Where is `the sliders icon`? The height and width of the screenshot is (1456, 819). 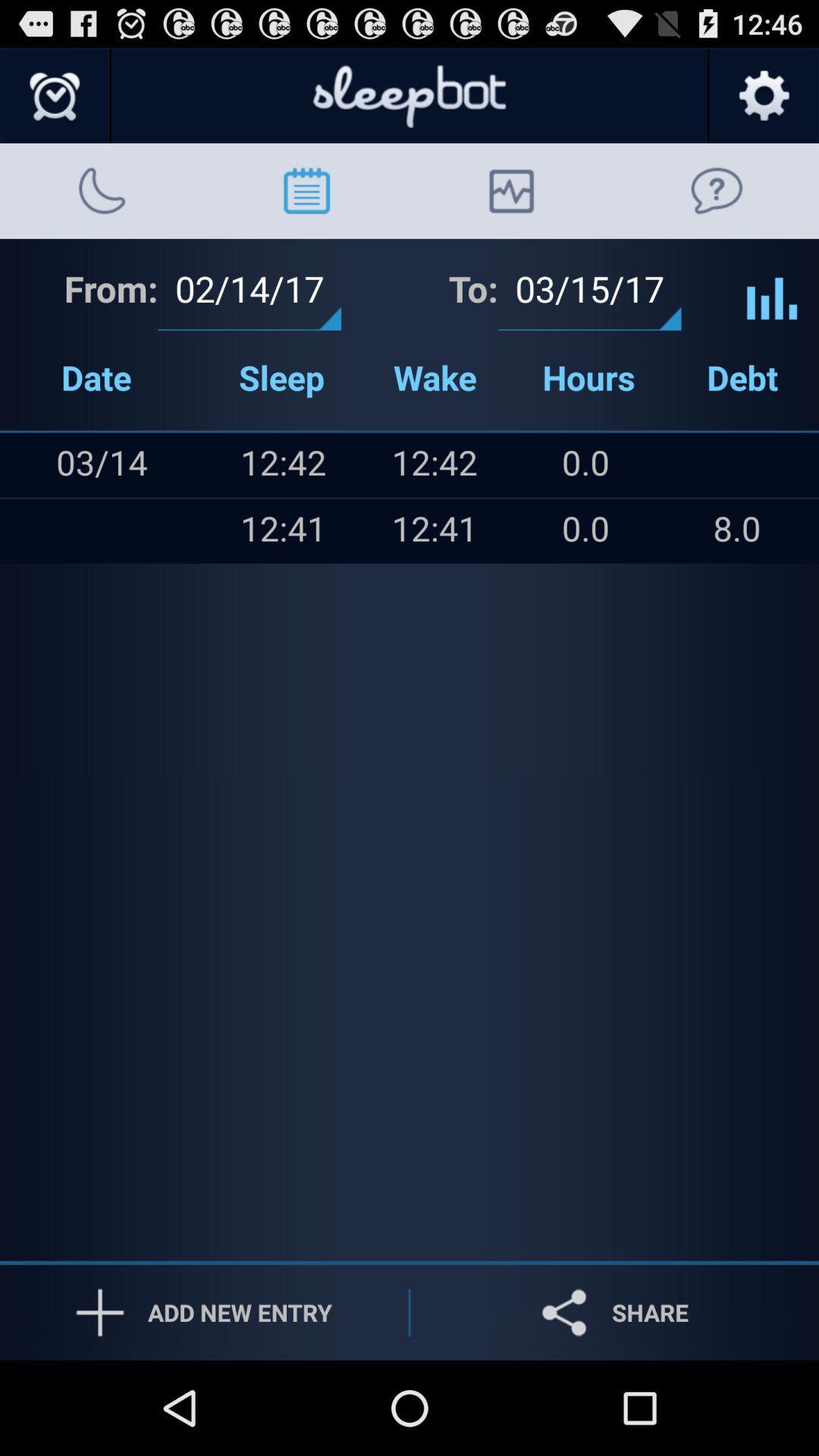
the sliders icon is located at coordinates (772, 306).